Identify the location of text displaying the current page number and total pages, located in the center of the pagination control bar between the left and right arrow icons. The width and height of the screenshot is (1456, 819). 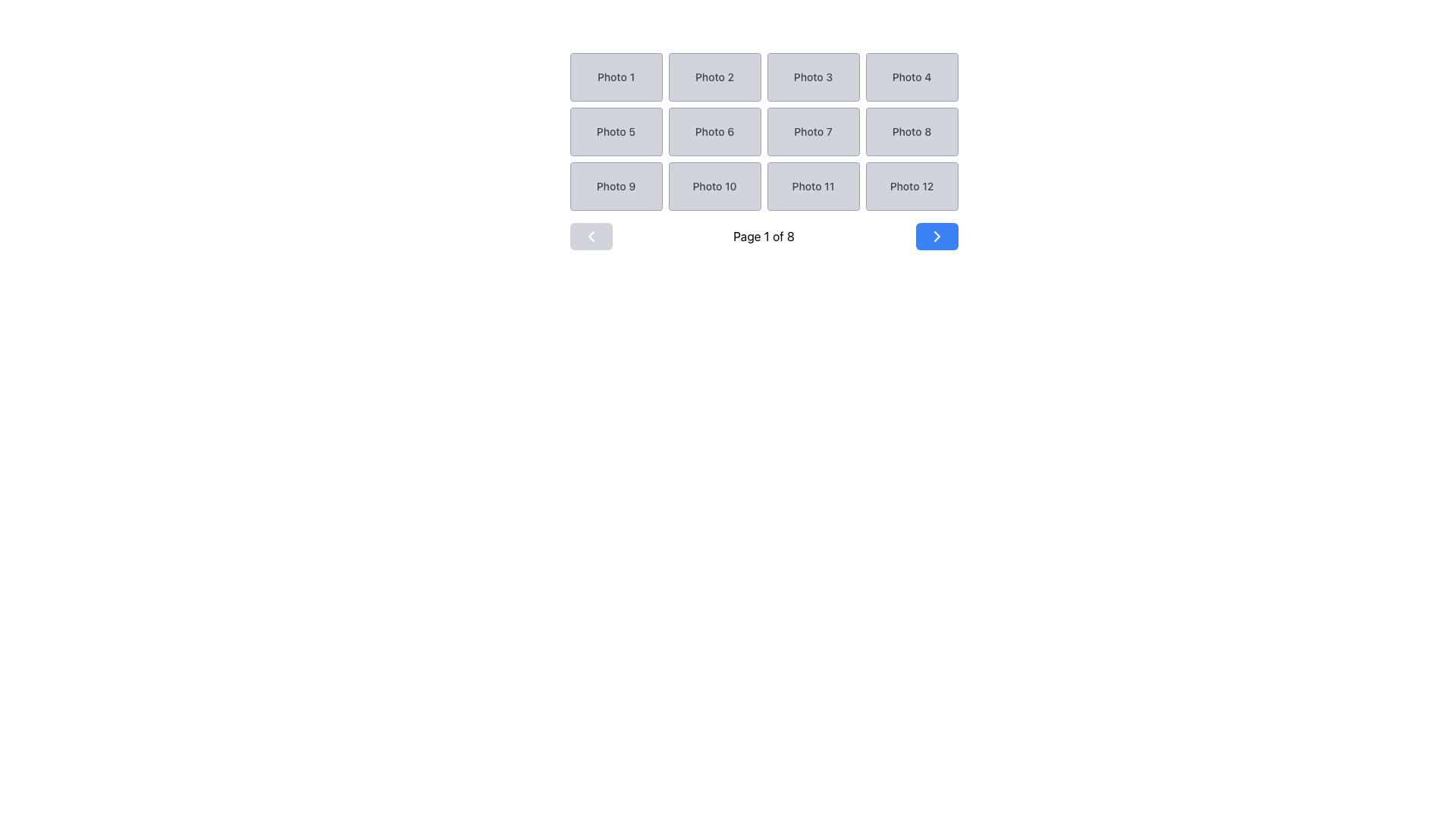
(764, 237).